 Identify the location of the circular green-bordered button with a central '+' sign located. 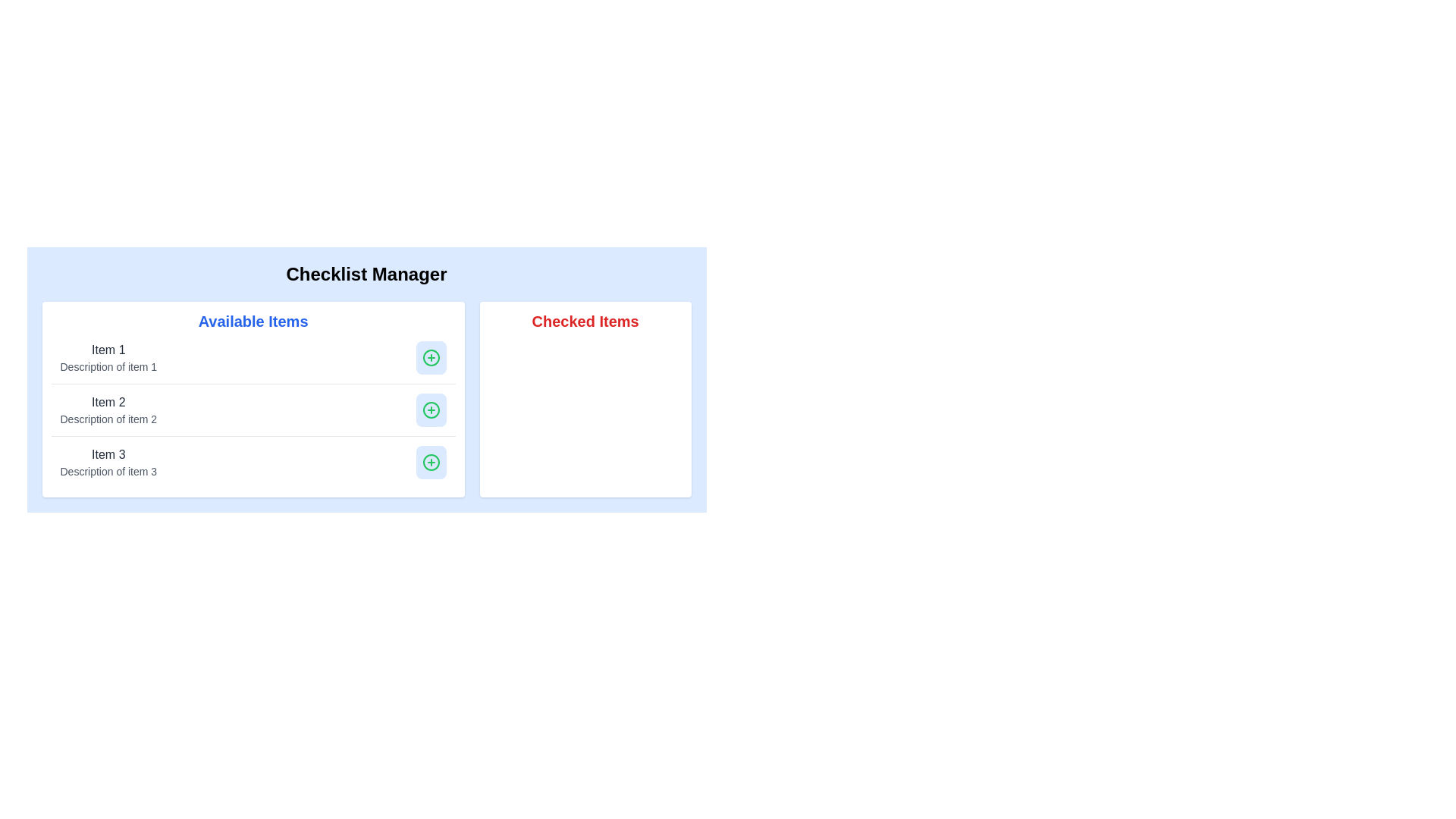
(430, 357).